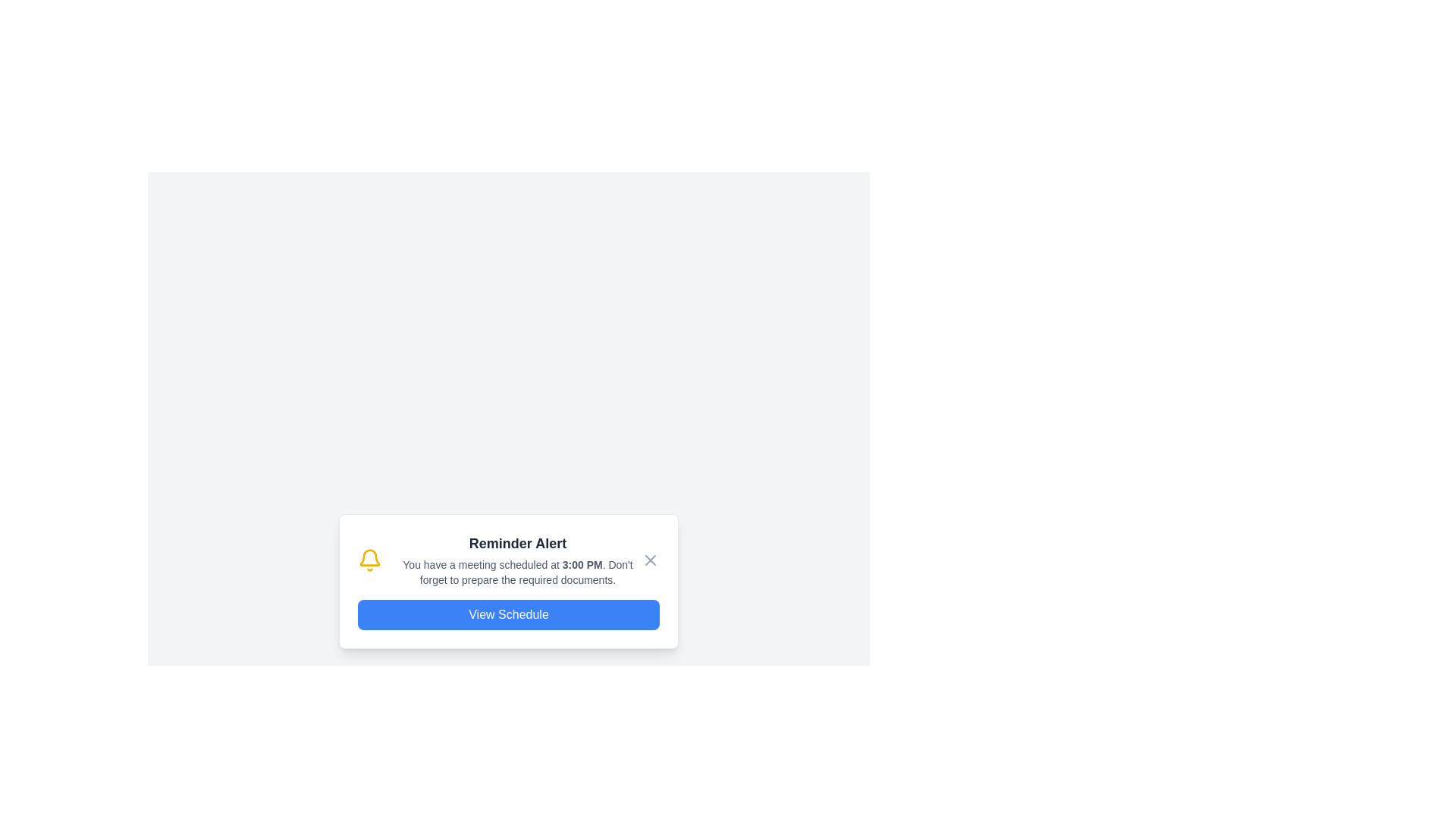 Image resolution: width=1456 pixels, height=819 pixels. Describe the element at coordinates (651, 560) in the screenshot. I see `the close button on the reminder alert notification` at that location.